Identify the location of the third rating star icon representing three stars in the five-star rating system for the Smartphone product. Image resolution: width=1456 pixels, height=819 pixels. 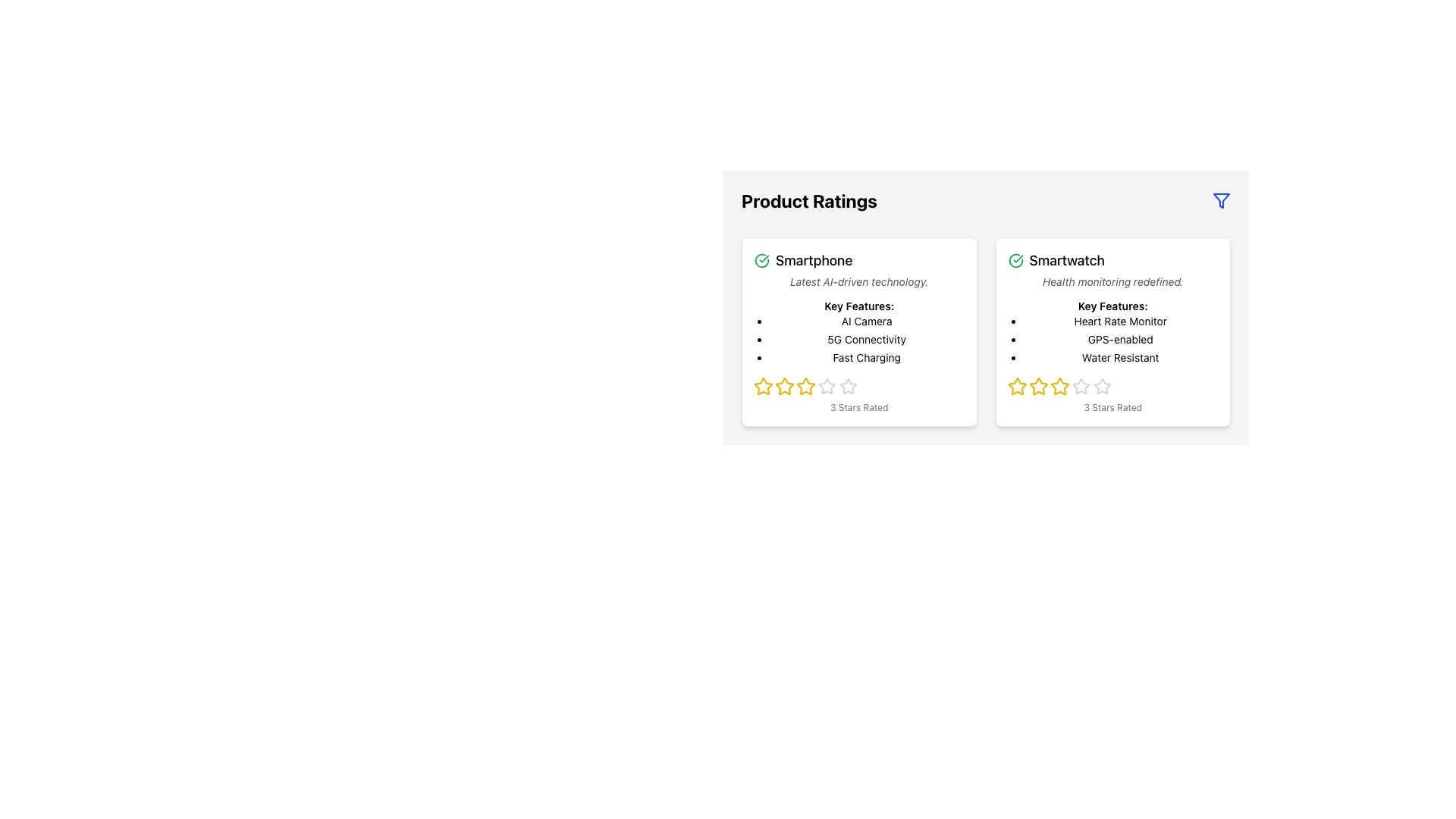
(805, 385).